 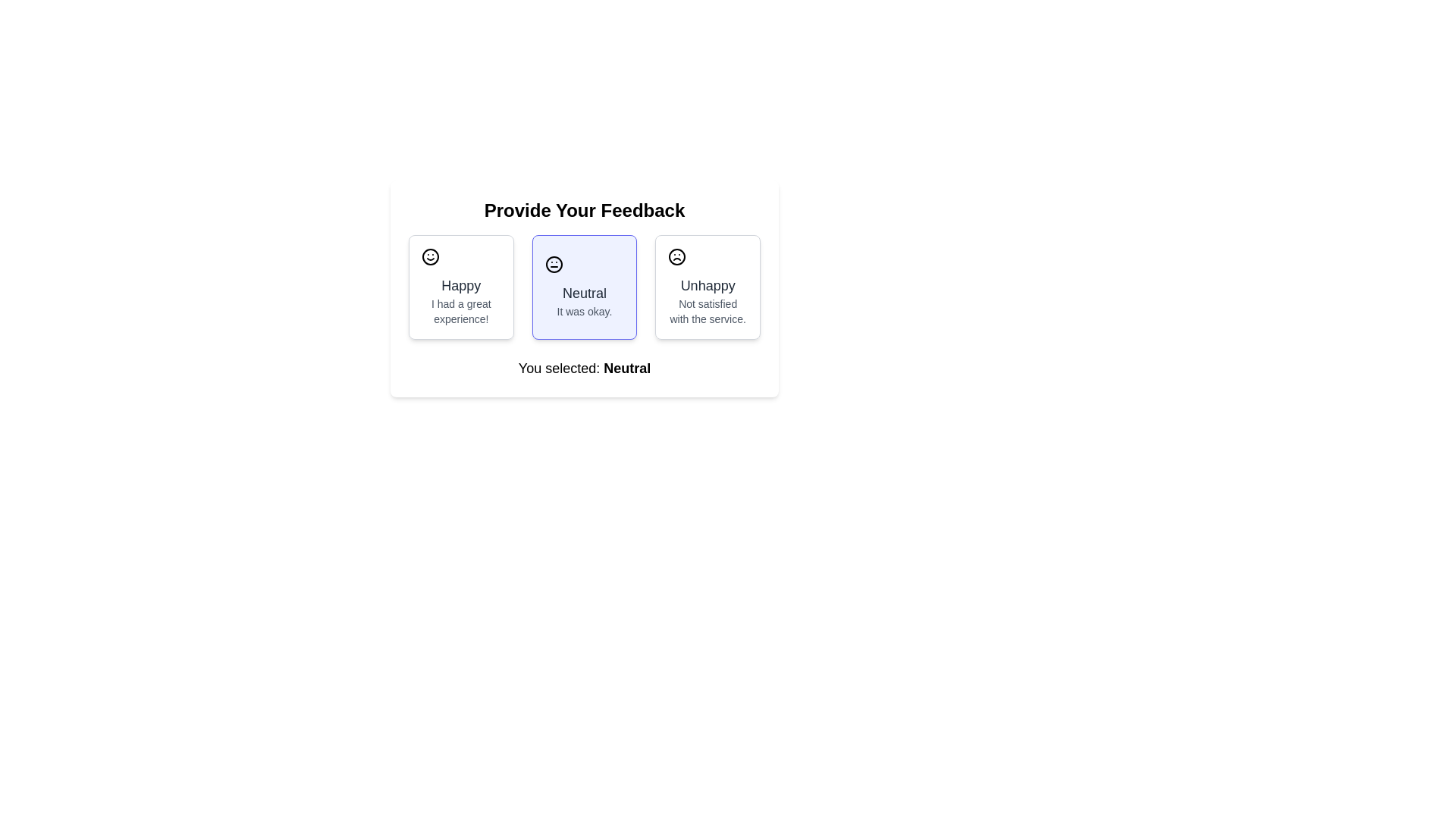 I want to click on the prominent heading text element displaying 'Neutral', which is bold and dark gray, centrally located within the feedback card under the emoji icon, so click(x=584, y=293).